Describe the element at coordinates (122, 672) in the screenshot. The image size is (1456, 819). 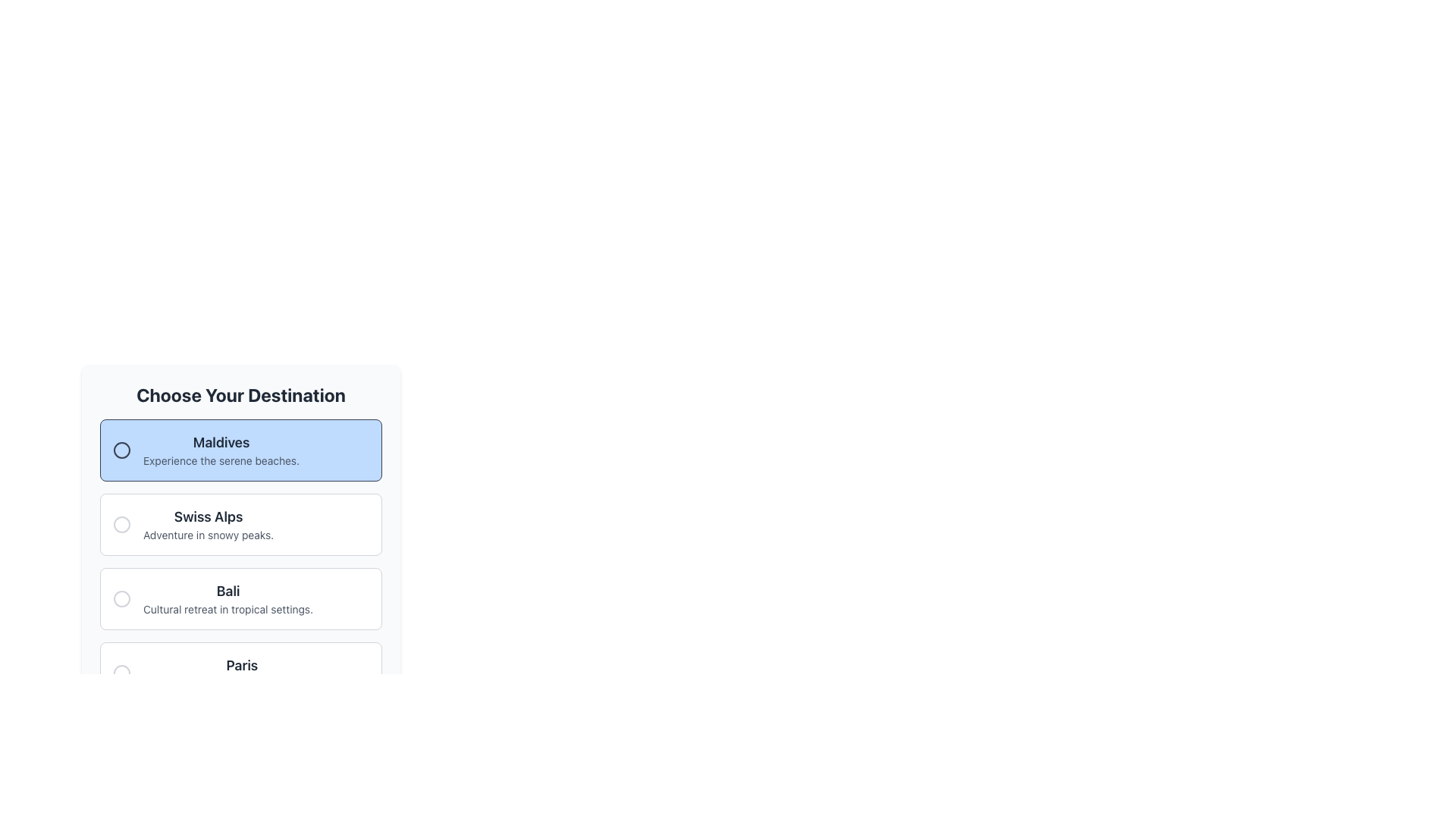
I see `the radio button` at that location.